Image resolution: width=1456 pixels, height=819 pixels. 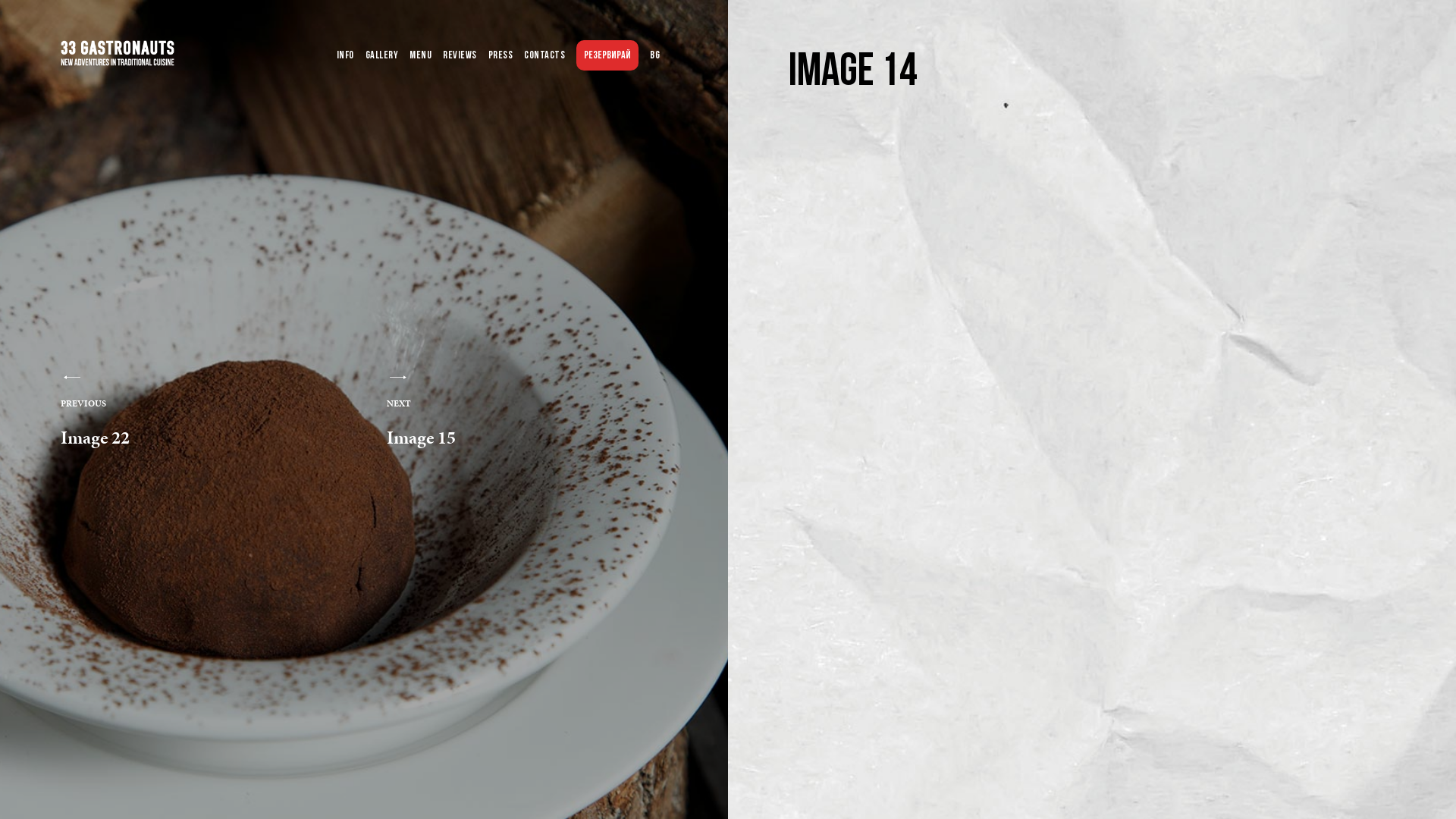 I want to click on 'Reviews', so click(x=459, y=55).